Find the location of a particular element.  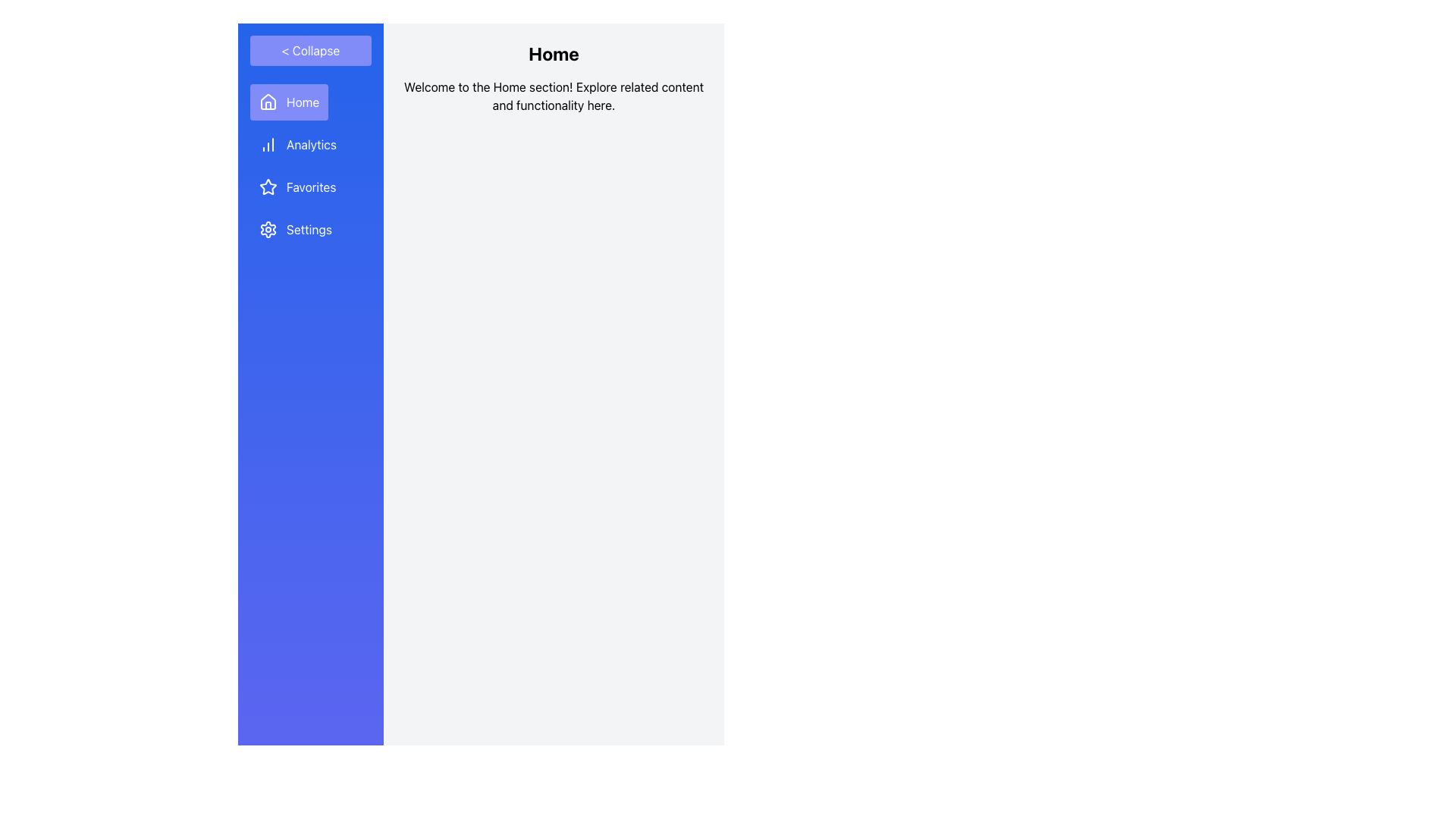

the 'Analytics' button located in the vertical navigation list on the left sidebar, which is styled with a blue background and white text is located at coordinates (298, 145).